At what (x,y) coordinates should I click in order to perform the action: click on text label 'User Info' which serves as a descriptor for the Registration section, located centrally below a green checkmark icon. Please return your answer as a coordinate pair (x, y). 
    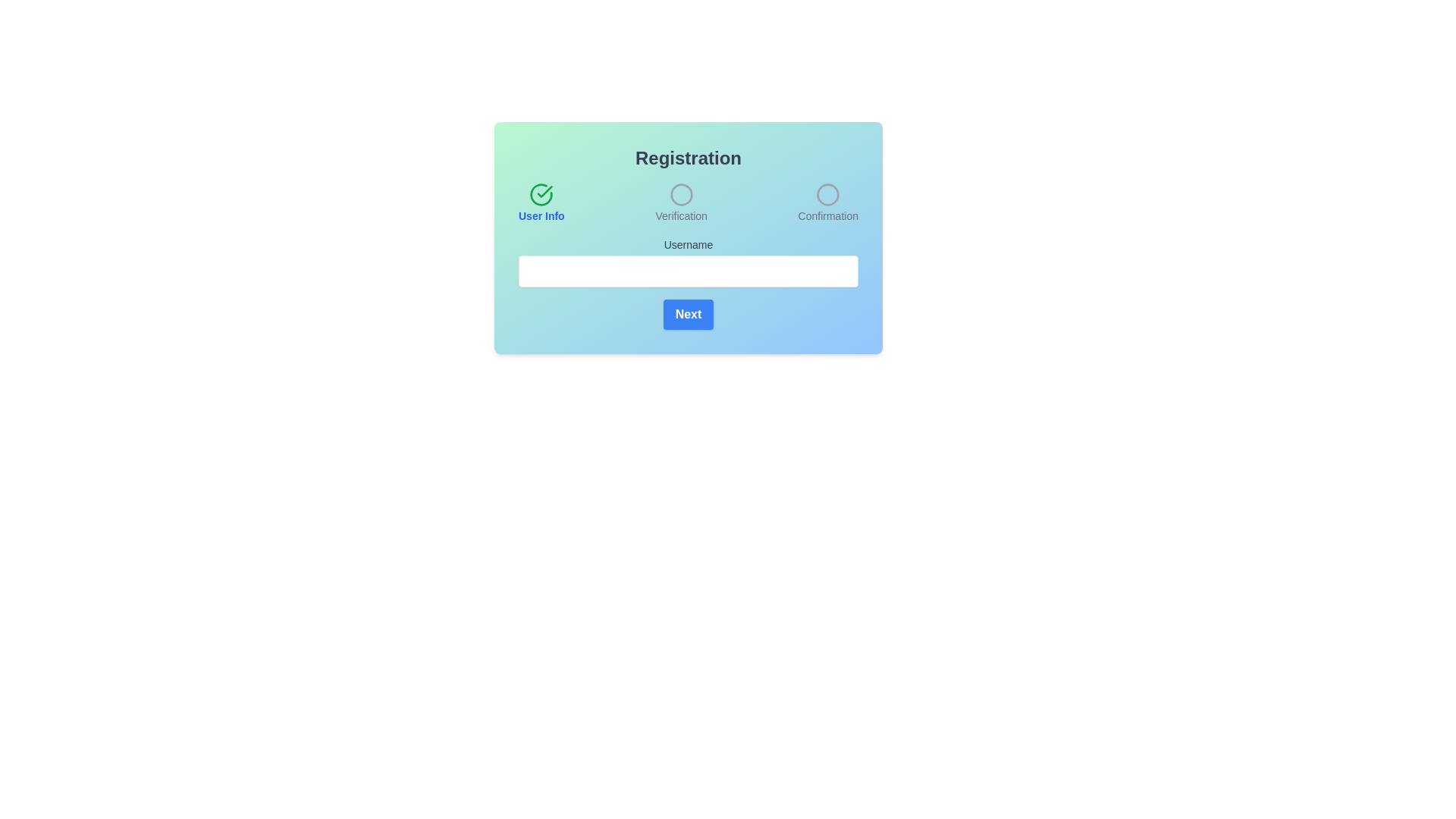
    Looking at the image, I should click on (541, 216).